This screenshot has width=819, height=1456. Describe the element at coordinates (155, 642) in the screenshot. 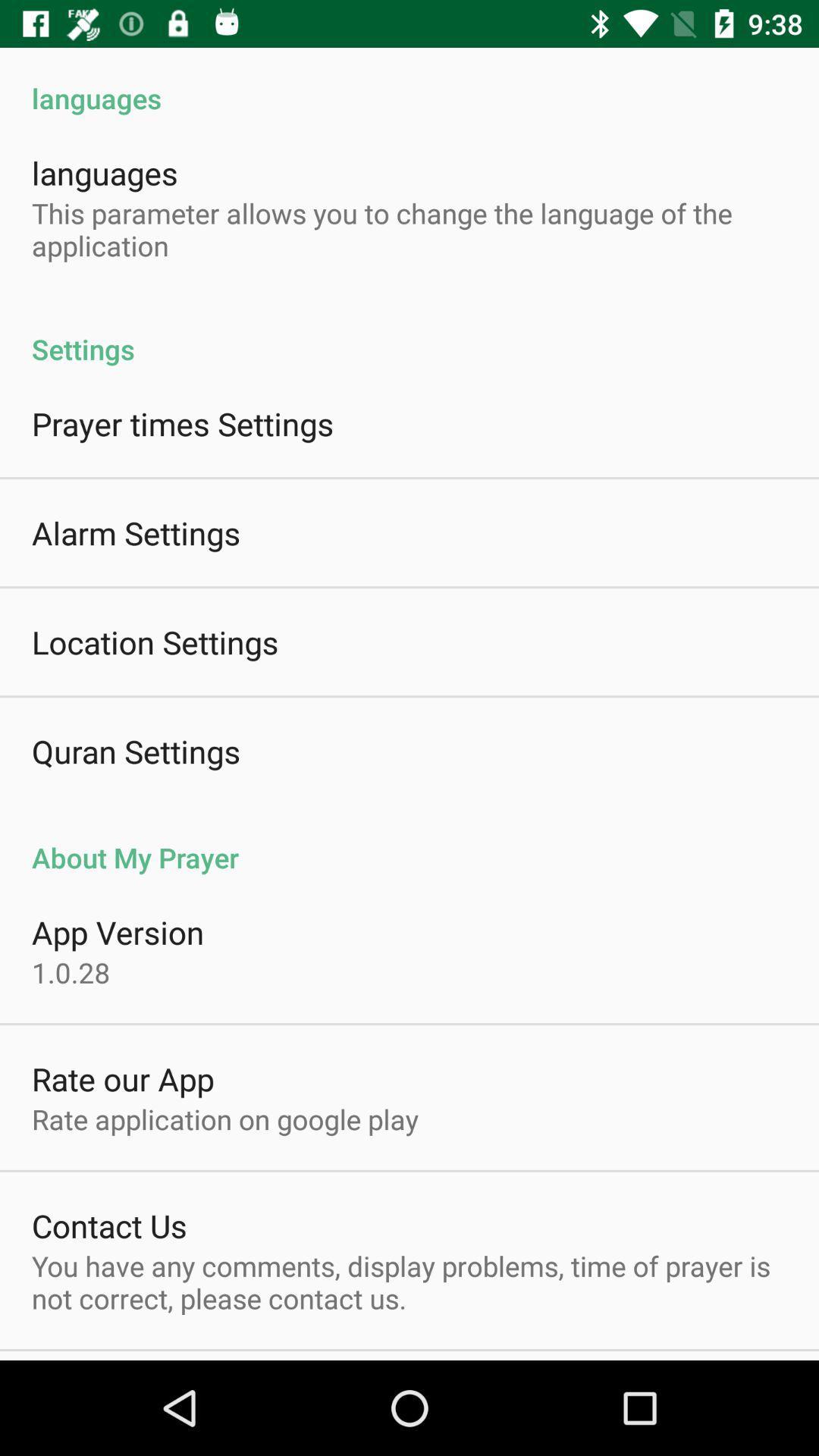

I see `icon below alarm settings item` at that location.